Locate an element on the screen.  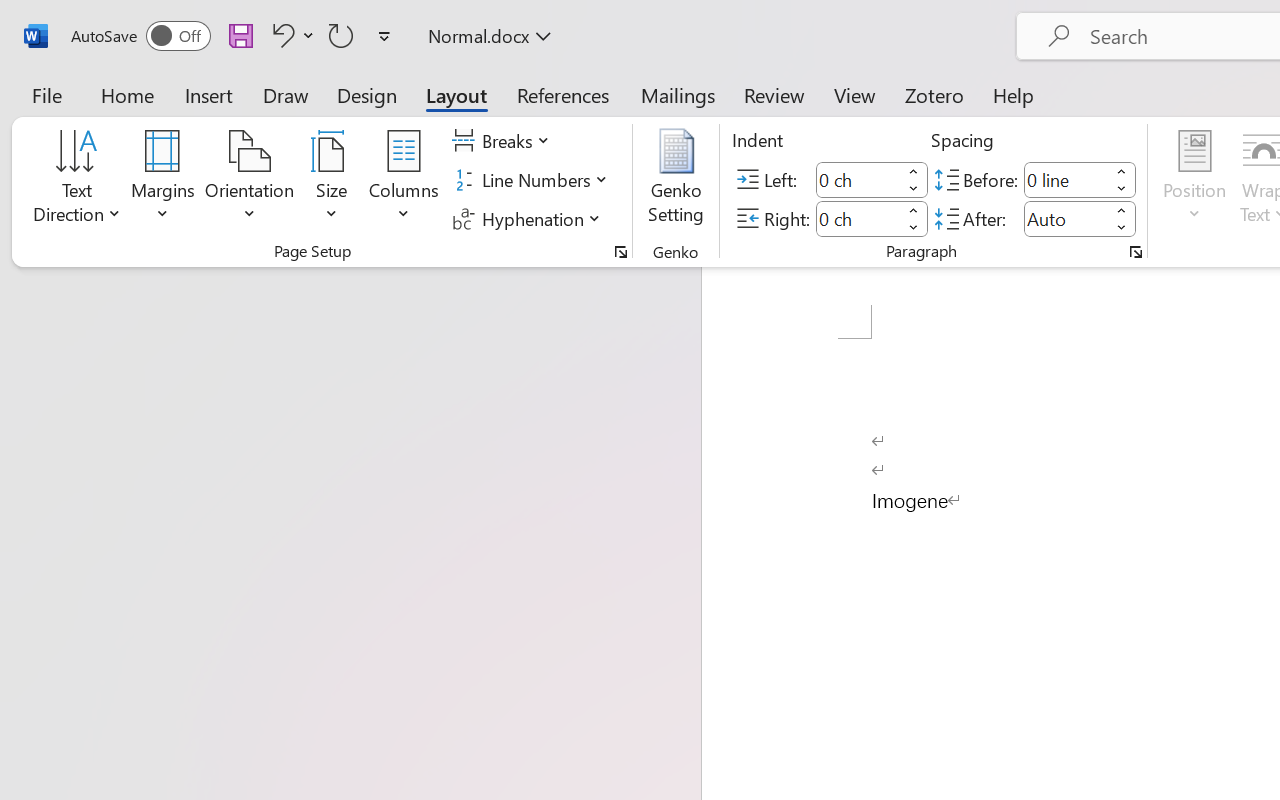
'Genko Setting...' is located at coordinates (676, 179).